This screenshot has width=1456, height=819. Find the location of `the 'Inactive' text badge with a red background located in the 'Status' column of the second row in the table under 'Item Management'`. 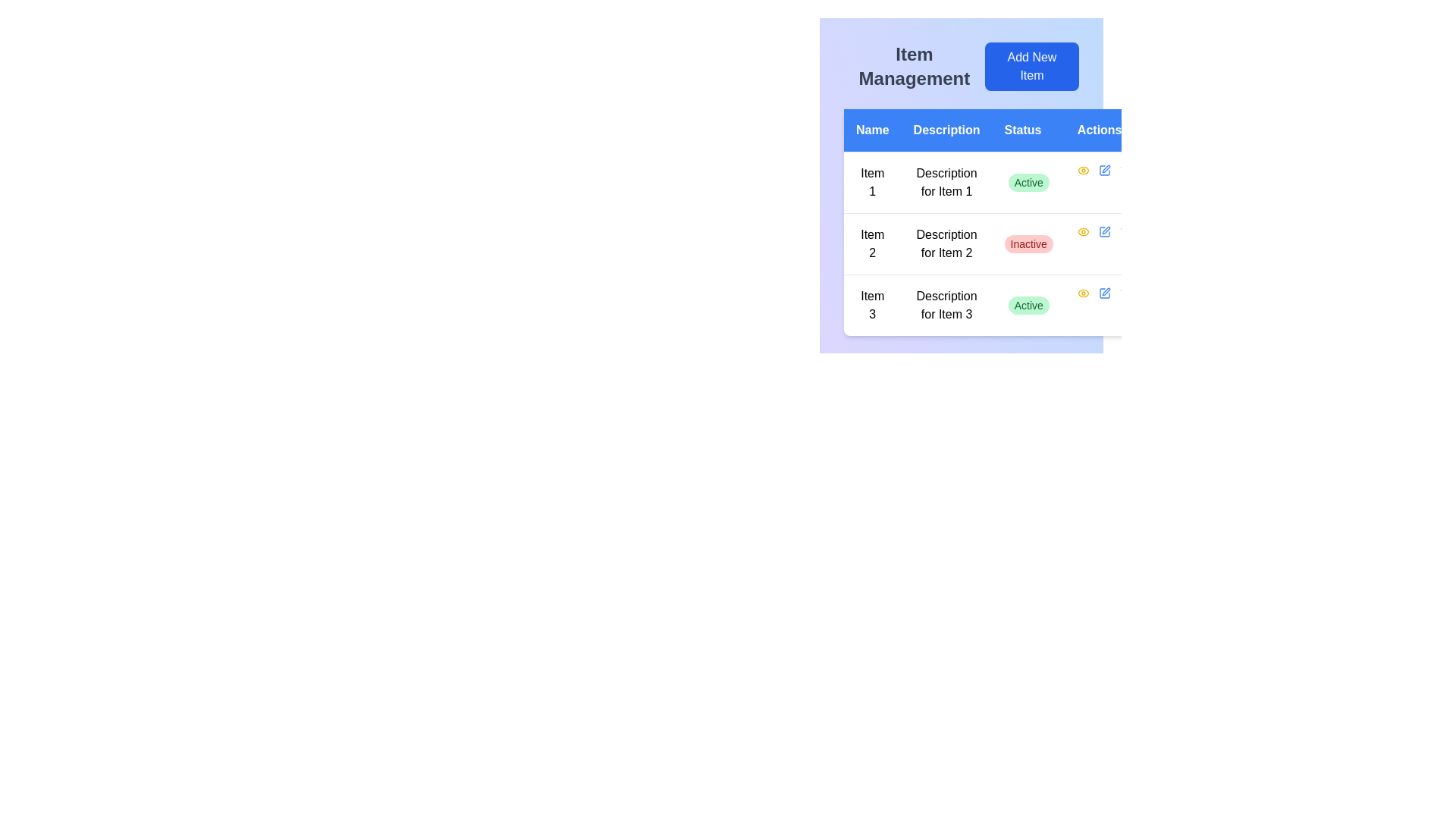

the 'Inactive' text badge with a red background located in the 'Status' column of the second row in the table under 'Item Management' is located at coordinates (1028, 243).